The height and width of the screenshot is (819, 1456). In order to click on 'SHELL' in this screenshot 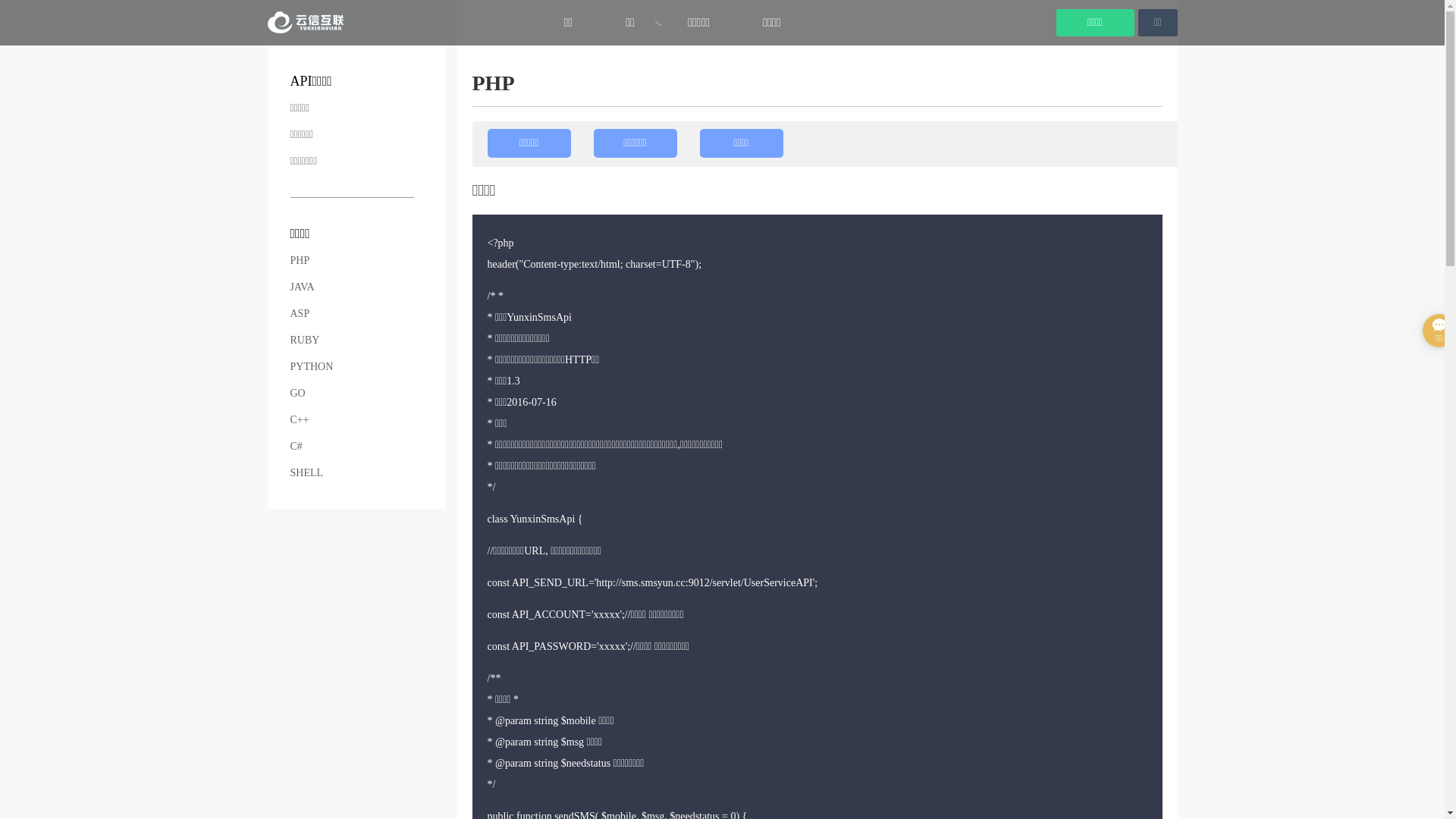, I will do `click(290, 472)`.